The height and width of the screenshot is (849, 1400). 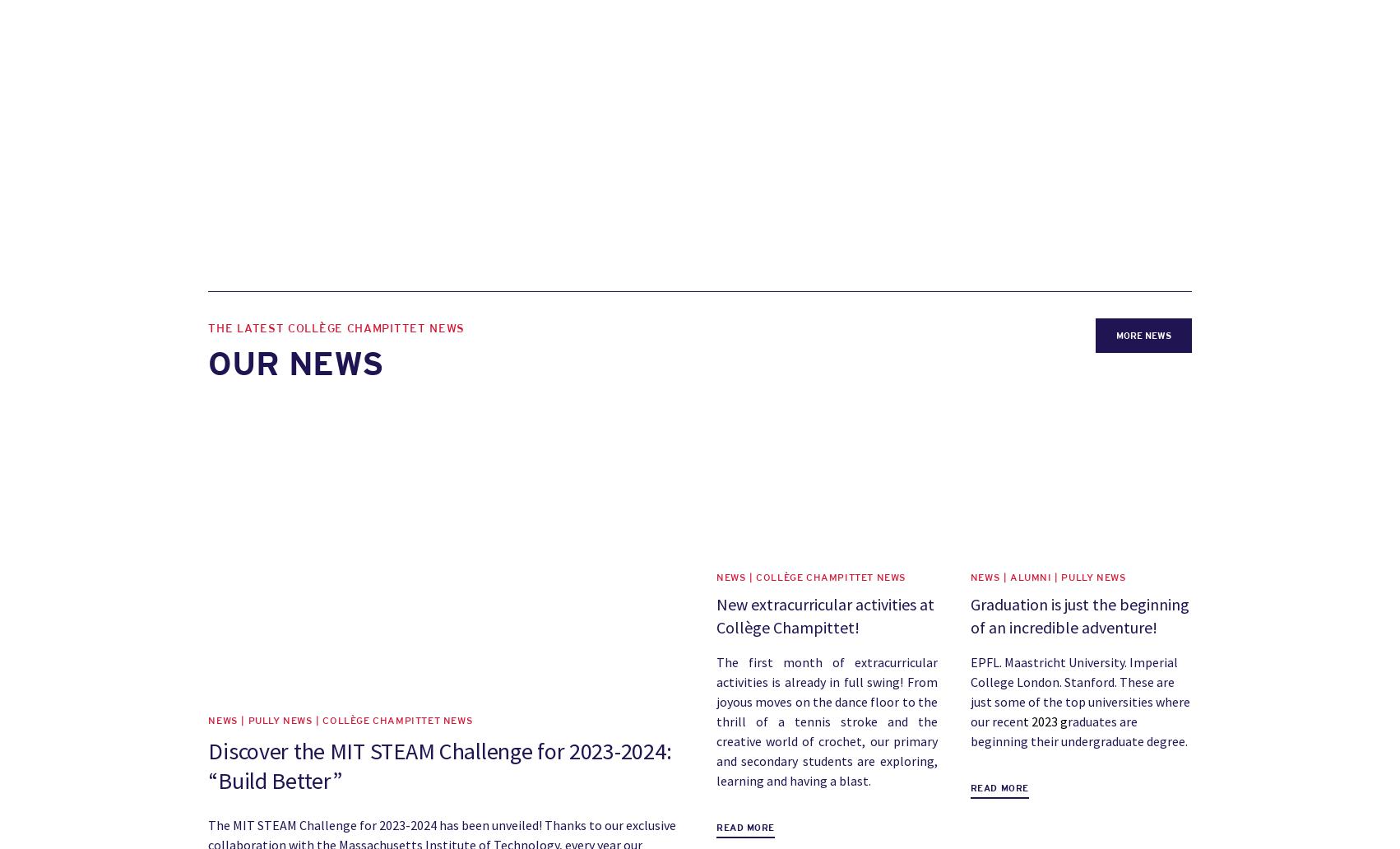 What do you see at coordinates (824, 615) in the screenshot?
I see `'New extracurricular activities at Collège Champittet!'` at bounding box center [824, 615].